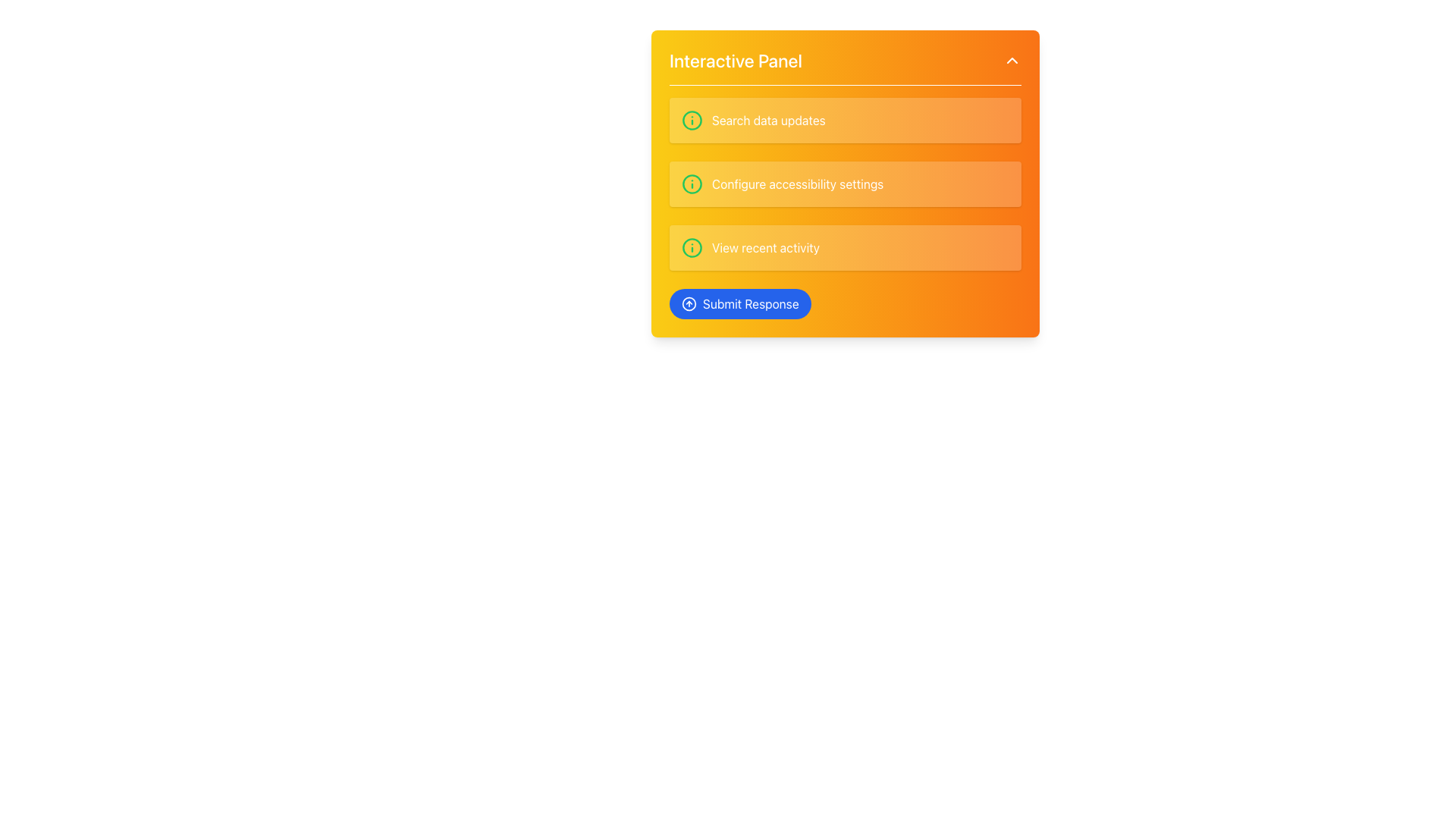 The height and width of the screenshot is (819, 1456). What do you see at coordinates (691, 247) in the screenshot?
I see `the circular SVG icon with a green stroke and no fill, which is part of the 'View recent activity' option in the 'Interactive Panel'` at bounding box center [691, 247].